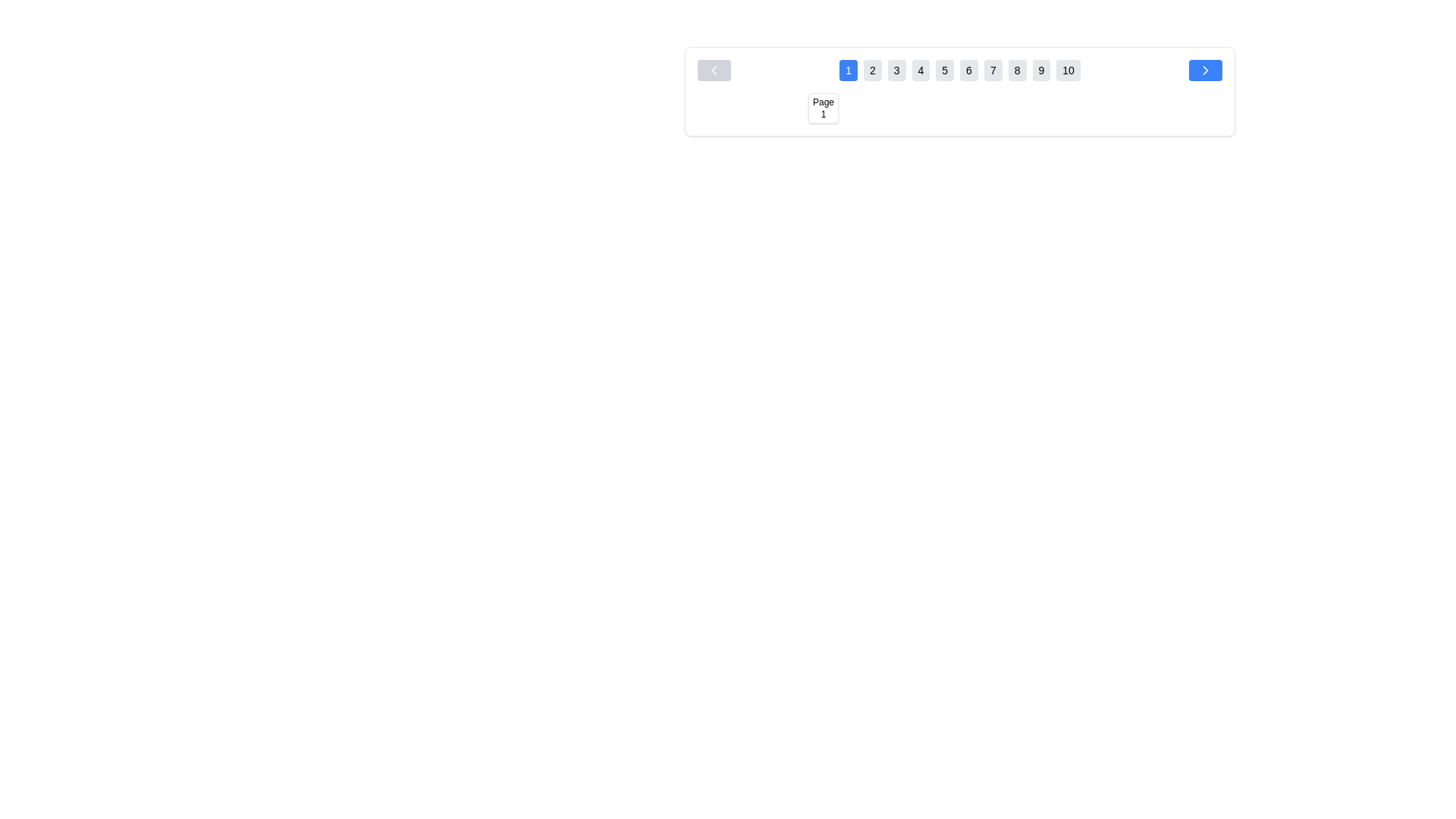  Describe the element at coordinates (959, 91) in the screenshot. I see `the Pagination control located centrally above the page display area to trigger visual feedback` at that location.